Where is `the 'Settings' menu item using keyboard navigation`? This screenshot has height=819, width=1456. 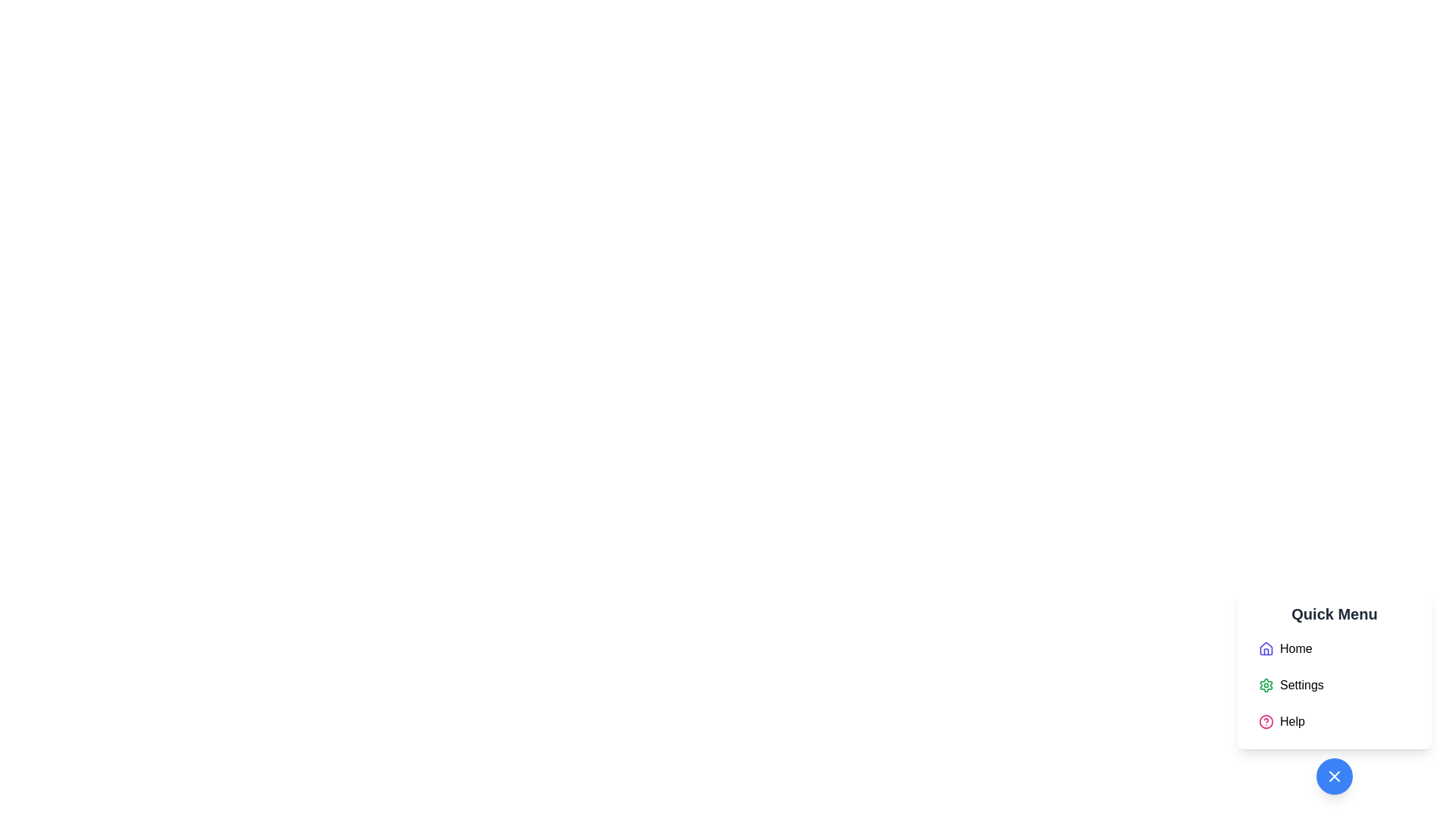
the 'Settings' menu item using keyboard navigation is located at coordinates (1335, 693).